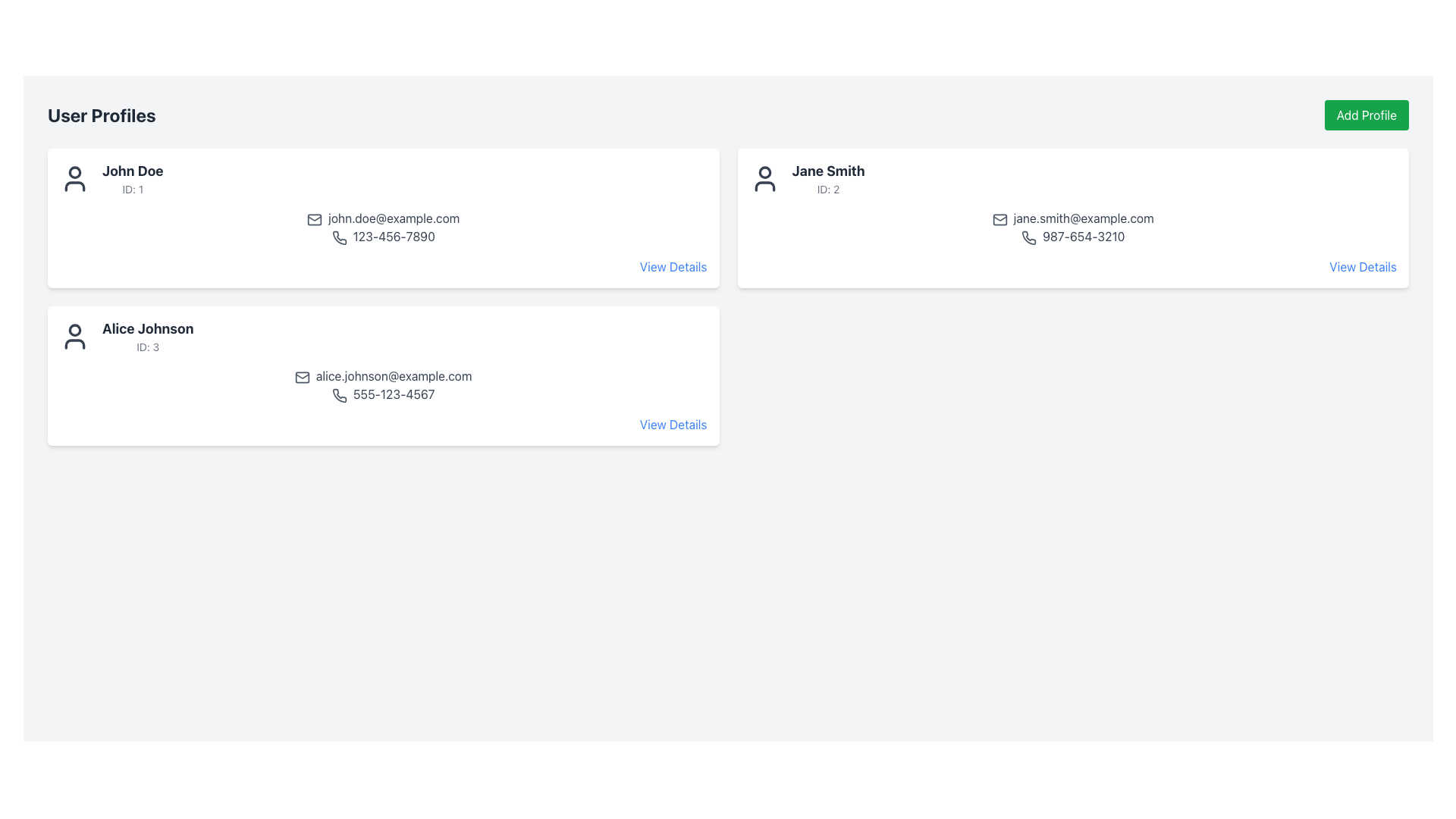 The image size is (1456, 819). Describe the element at coordinates (101, 114) in the screenshot. I see `the 'User Profiles' text label, which is a bold, large font in black, centrally aligned at the top of the interface` at that location.